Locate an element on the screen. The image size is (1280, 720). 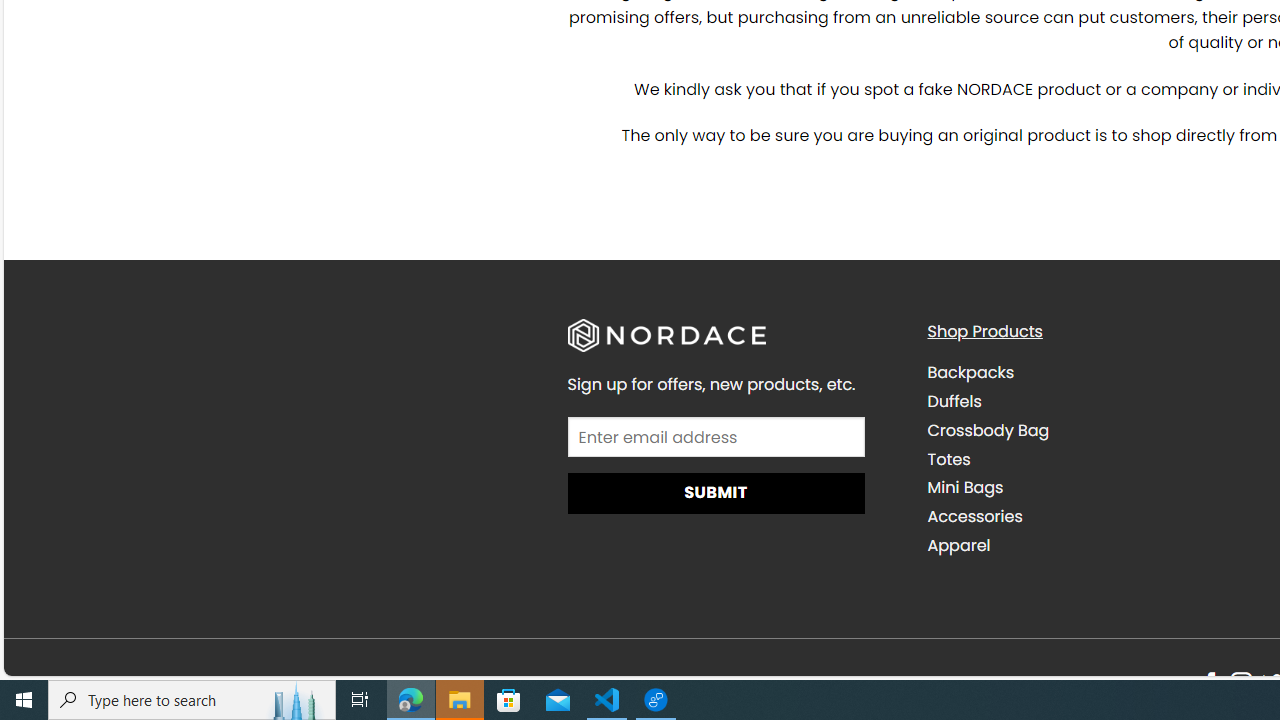
'Duffels' is located at coordinates (1091, 401).